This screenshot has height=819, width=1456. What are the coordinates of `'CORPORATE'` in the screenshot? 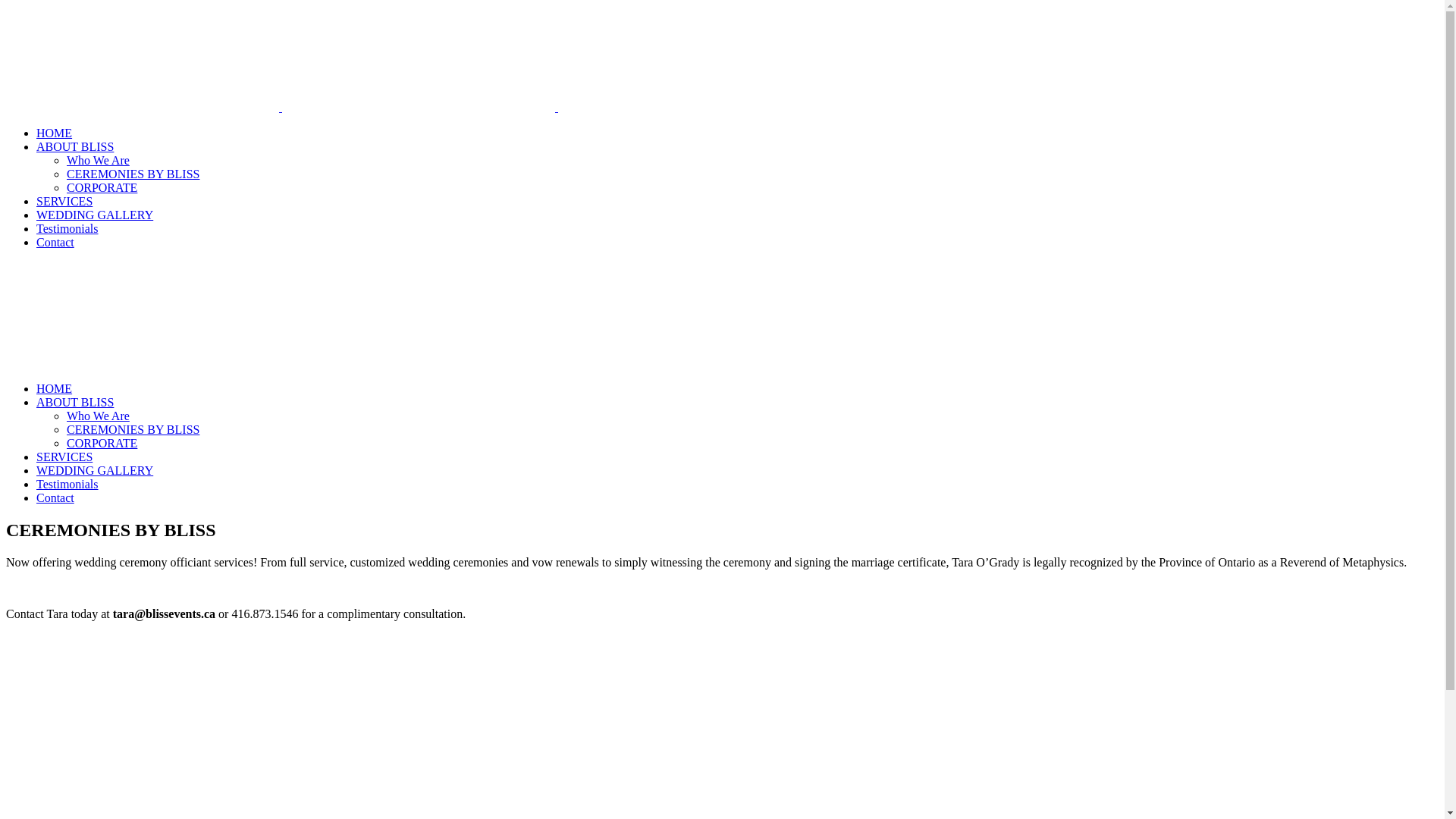 It's located at (65, 443).